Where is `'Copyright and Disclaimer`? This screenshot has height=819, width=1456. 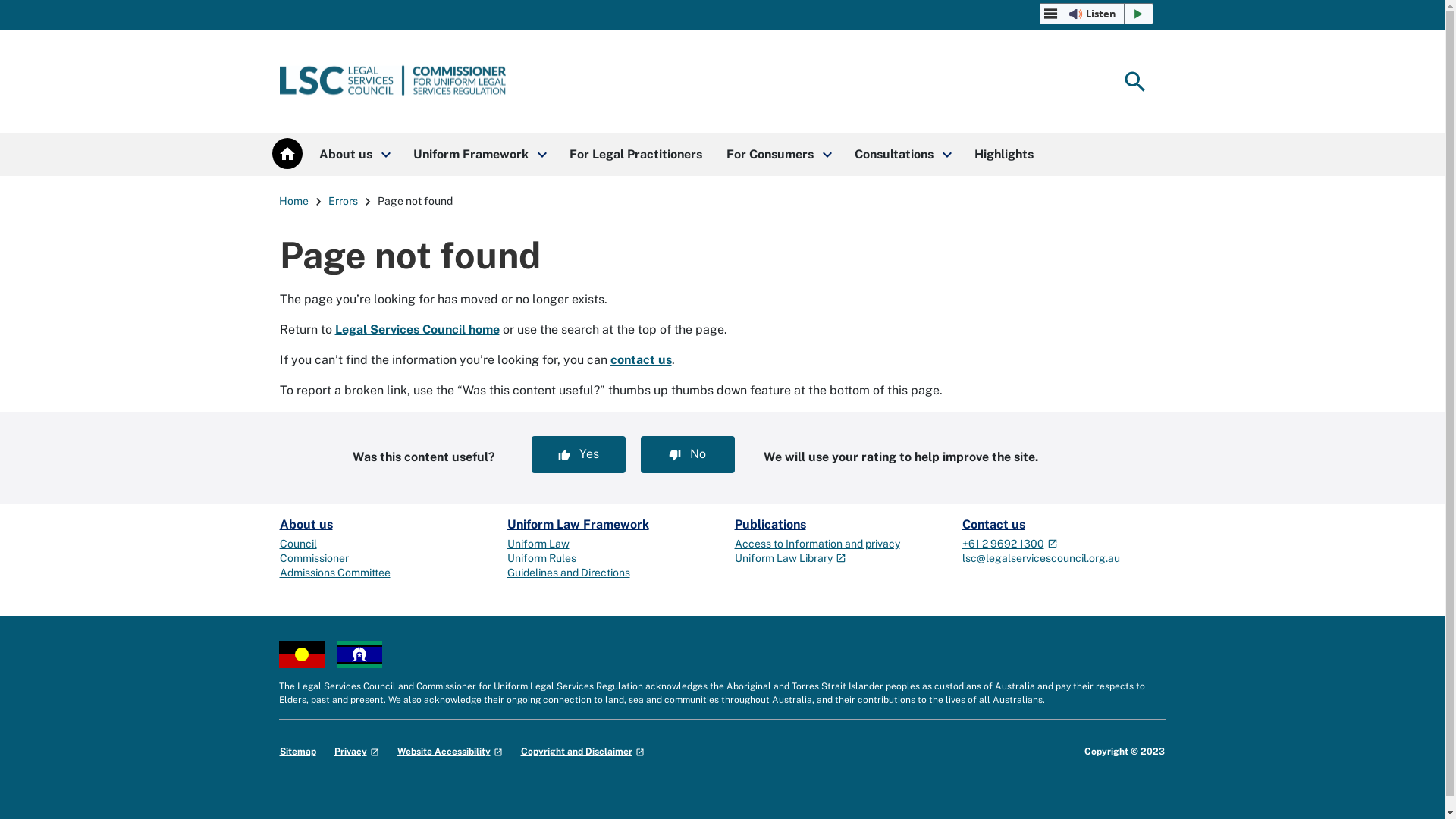 'Copyright and Disclaimer is located at coordinates (581, 752).